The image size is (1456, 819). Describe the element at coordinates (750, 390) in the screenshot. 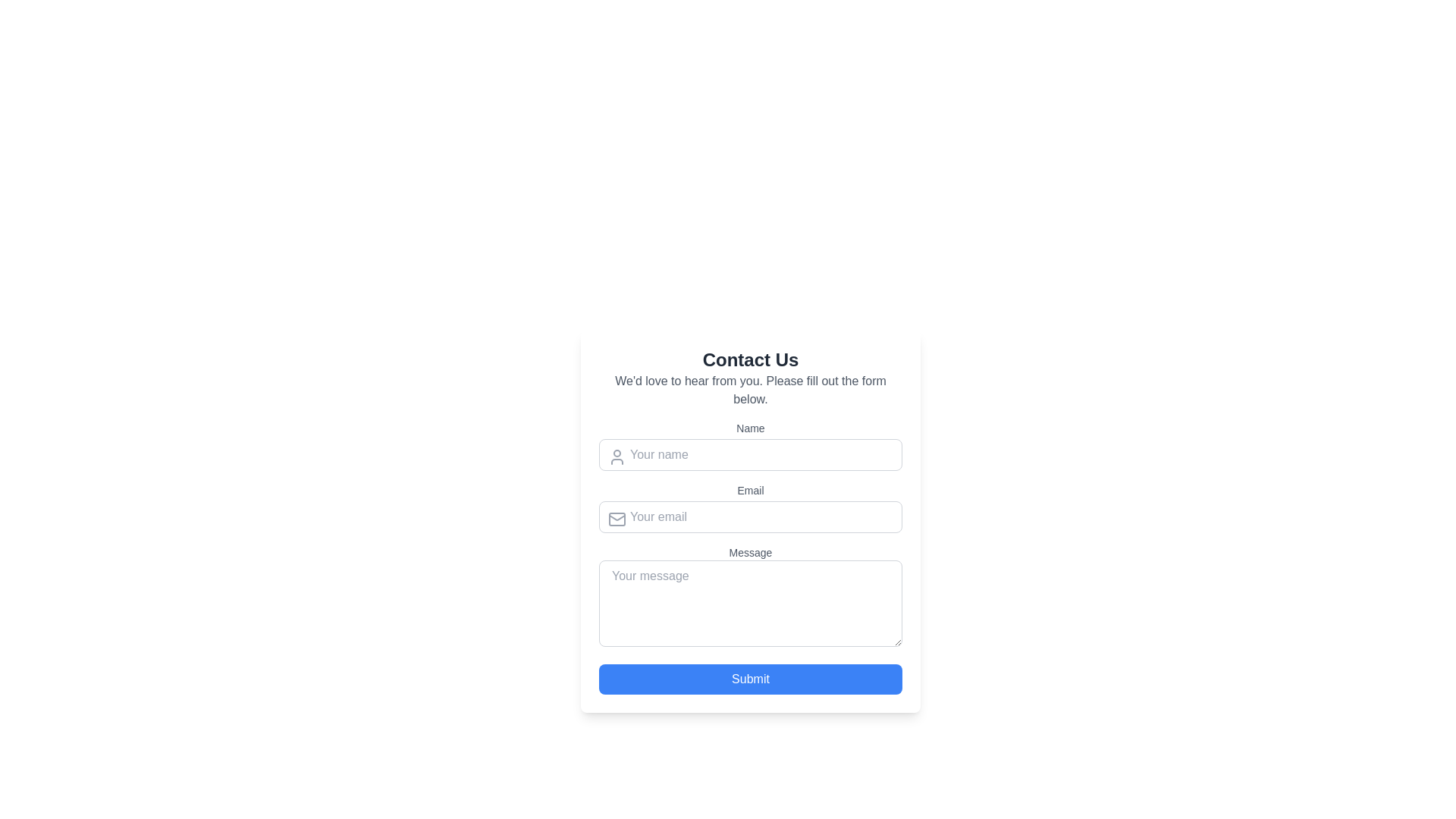

I see `the informational text block located directly beneath the 'Contact Us' heading, which guides the user on filling out the form` at that location.